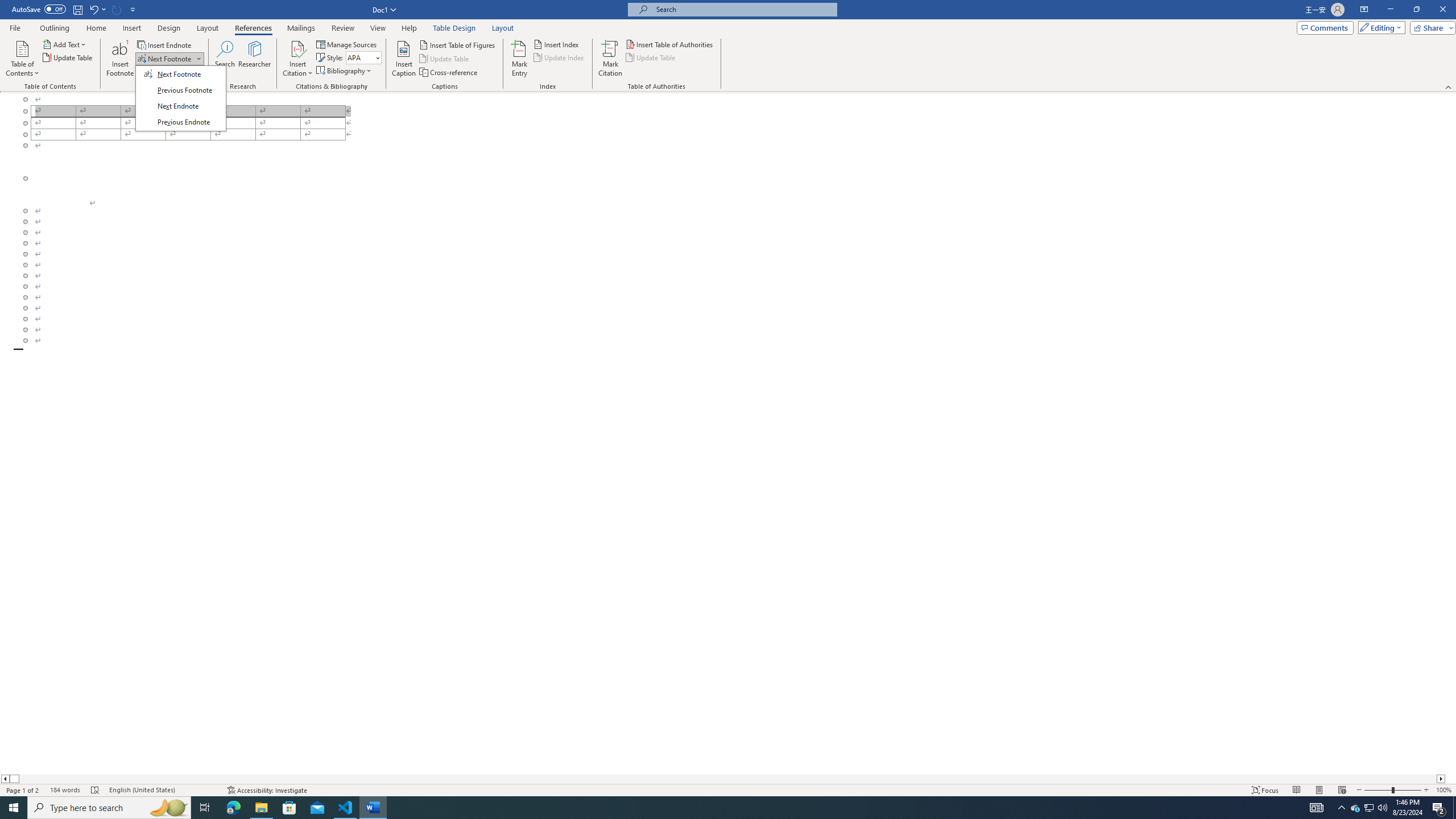 The width and height of the screenshot is (1456, 819). I want to click on 'Column right', so click(1441, 778).